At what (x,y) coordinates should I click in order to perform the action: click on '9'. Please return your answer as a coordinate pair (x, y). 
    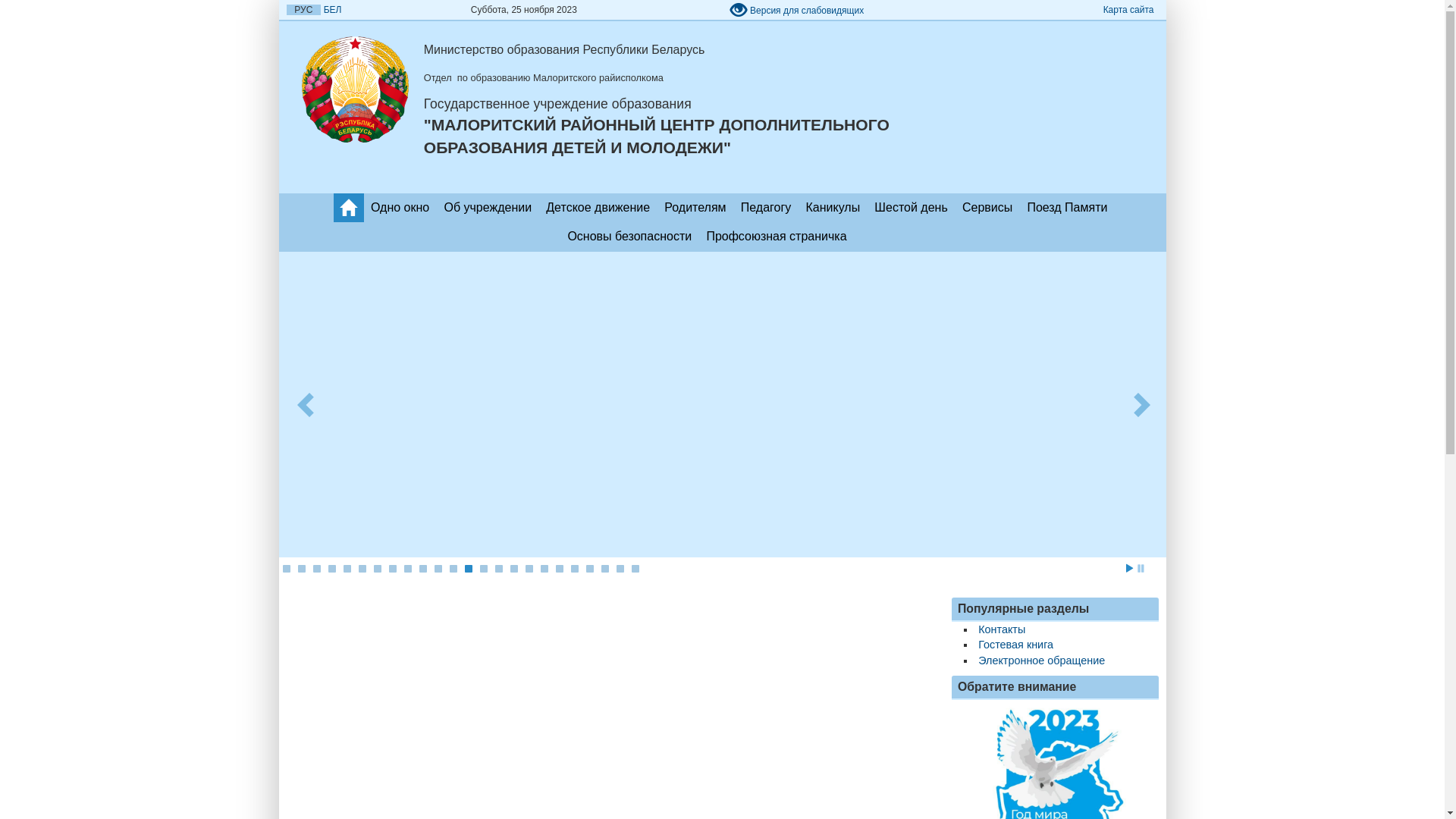
    Looking at the image, I should click on (407, 568).